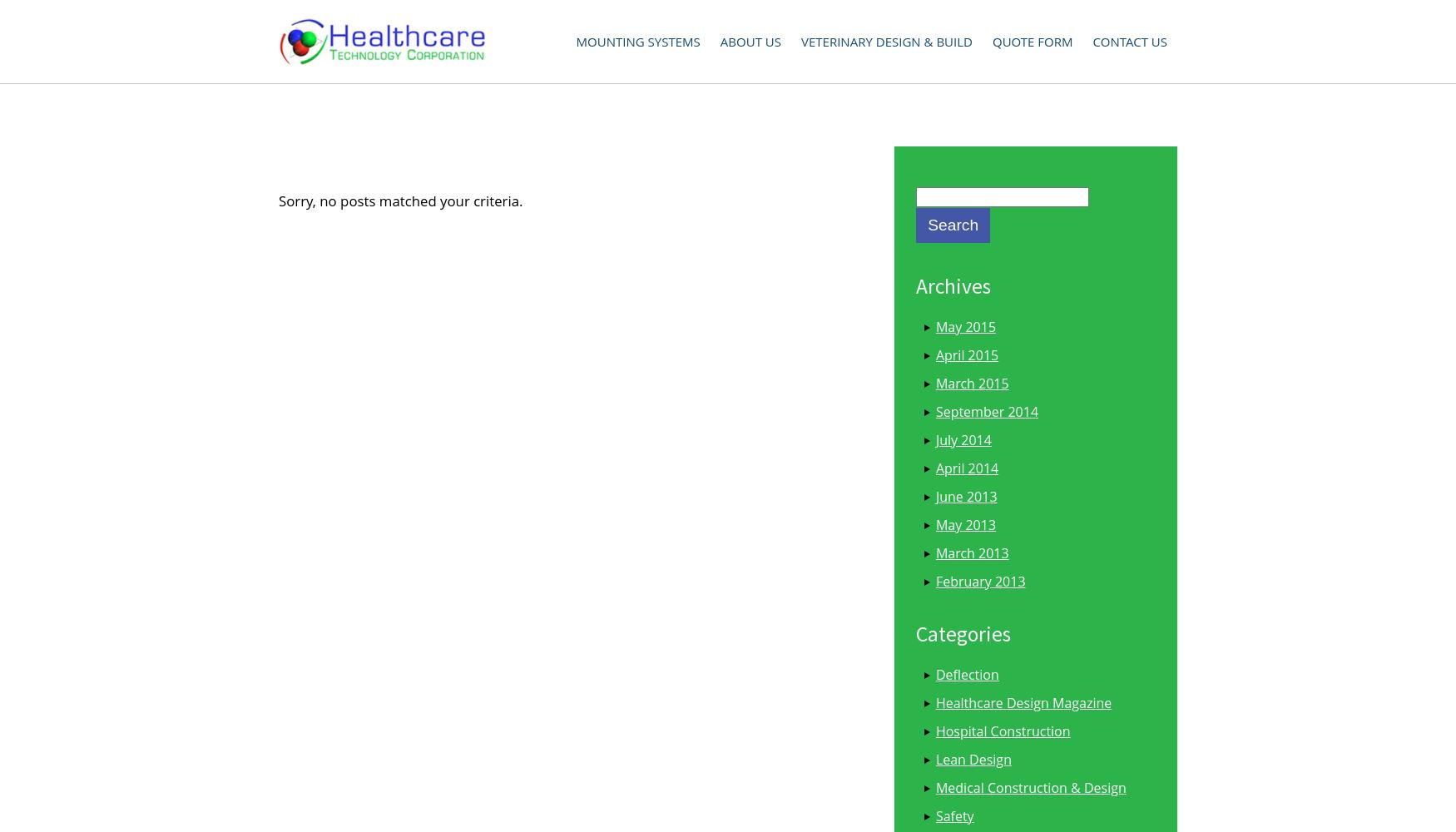 This screenshot has width=1456, height=832. What do you see at coordinates (985, 410) in the screenshot?
I see `'September 2014'` at bounding box center [985, 410].